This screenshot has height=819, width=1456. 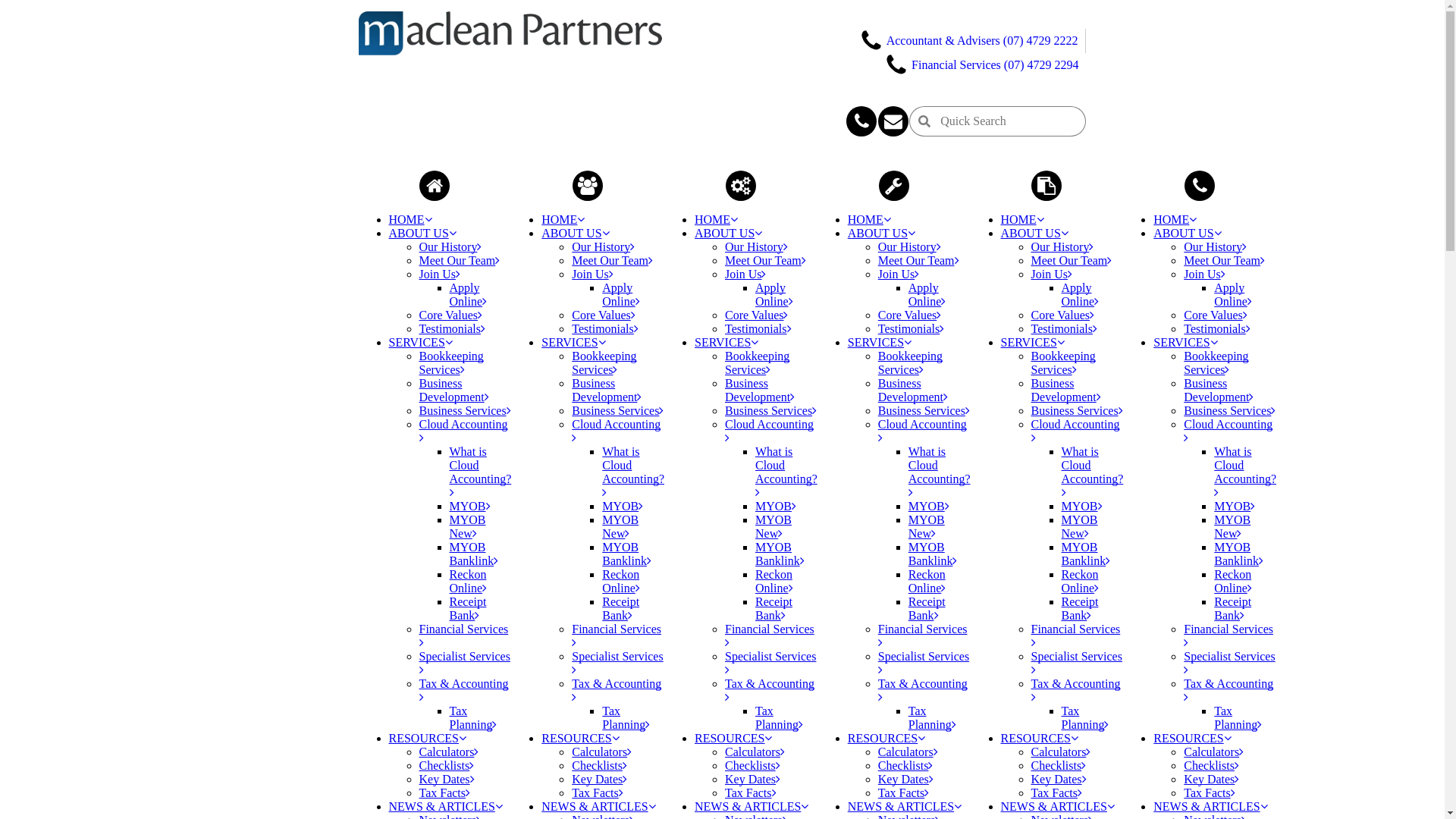 What do you see at coordinates (728, 233) in the screenshot?
I see `'ABOUT US'` at bounding box center [728, 233].